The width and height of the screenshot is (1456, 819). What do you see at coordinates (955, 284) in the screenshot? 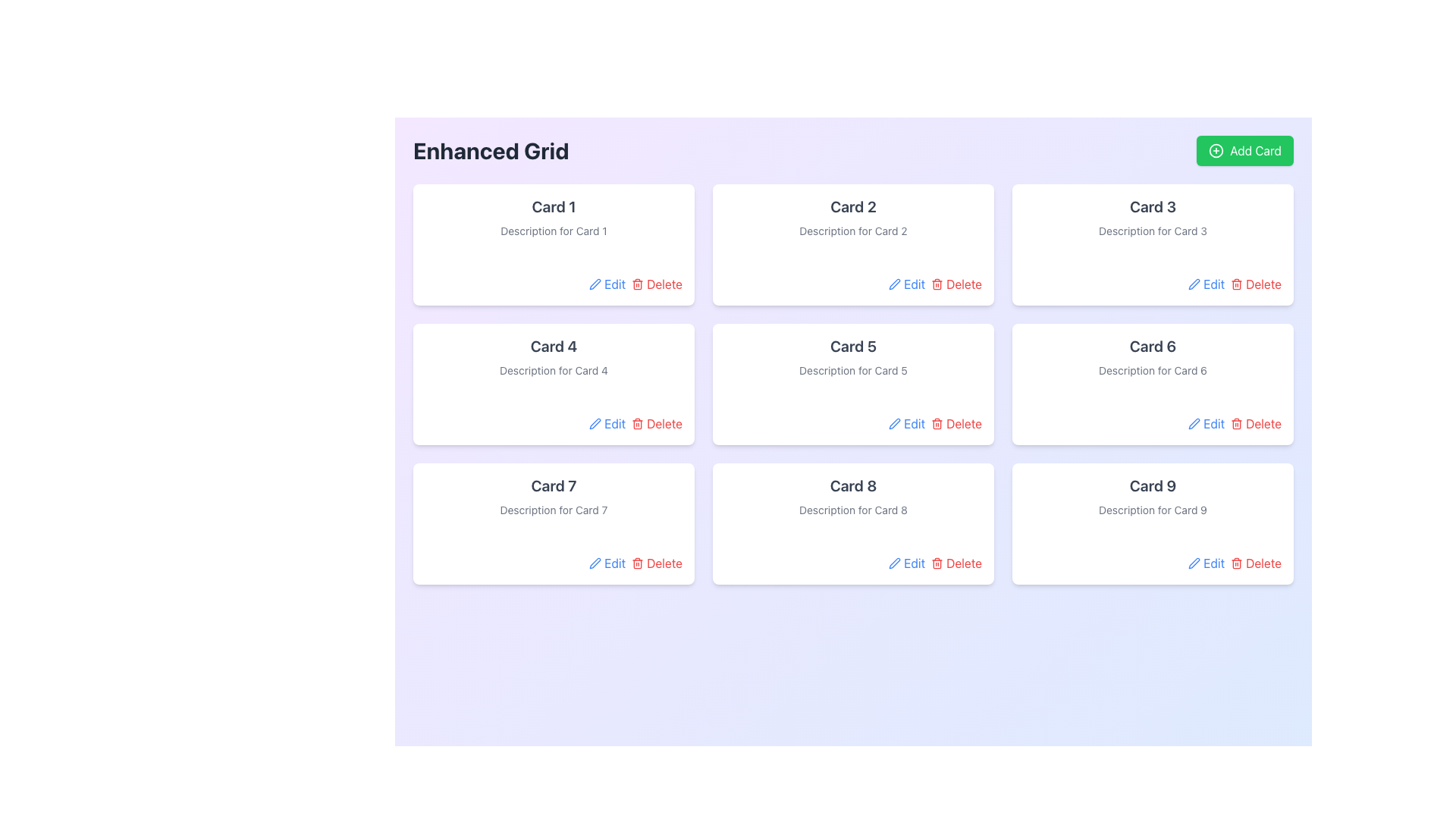
I see `the delete button located at the bottom-right of the second card in the grid layout` at bounding box center [955, 284].